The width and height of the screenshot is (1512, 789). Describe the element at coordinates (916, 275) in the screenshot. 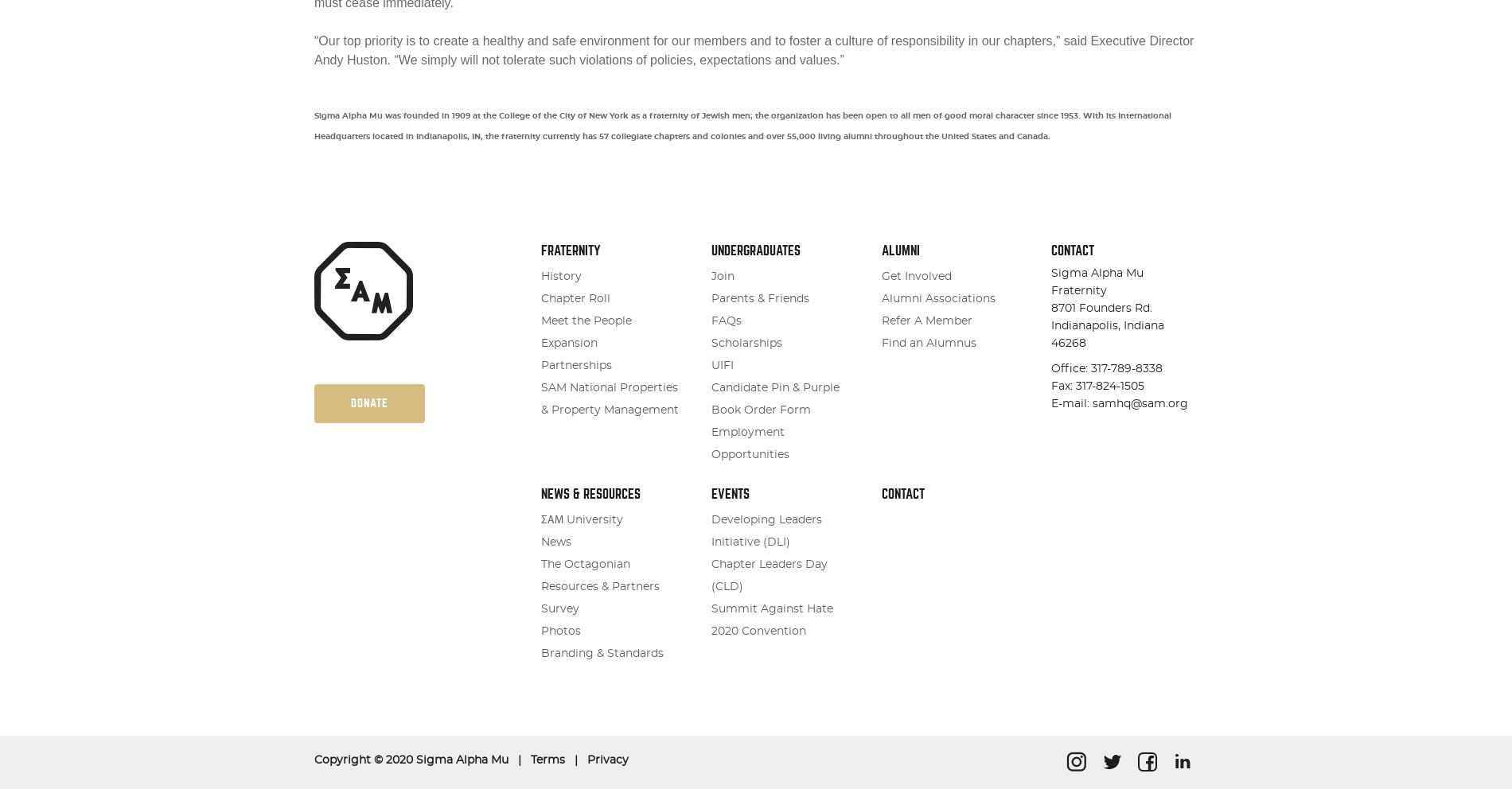

I see `'Get Involved'` at that location.